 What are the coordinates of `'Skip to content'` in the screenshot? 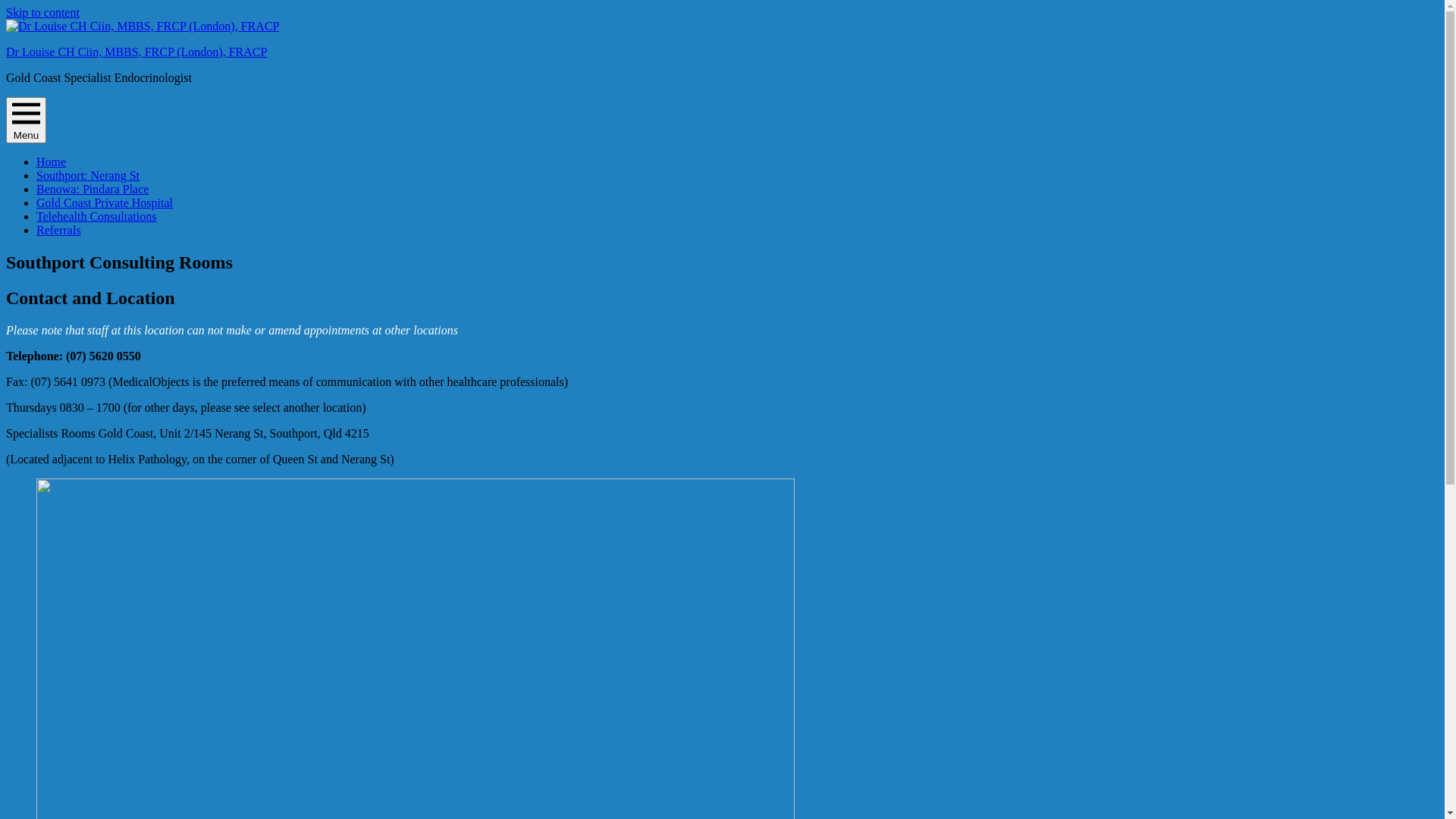 It's located at (42, 12).